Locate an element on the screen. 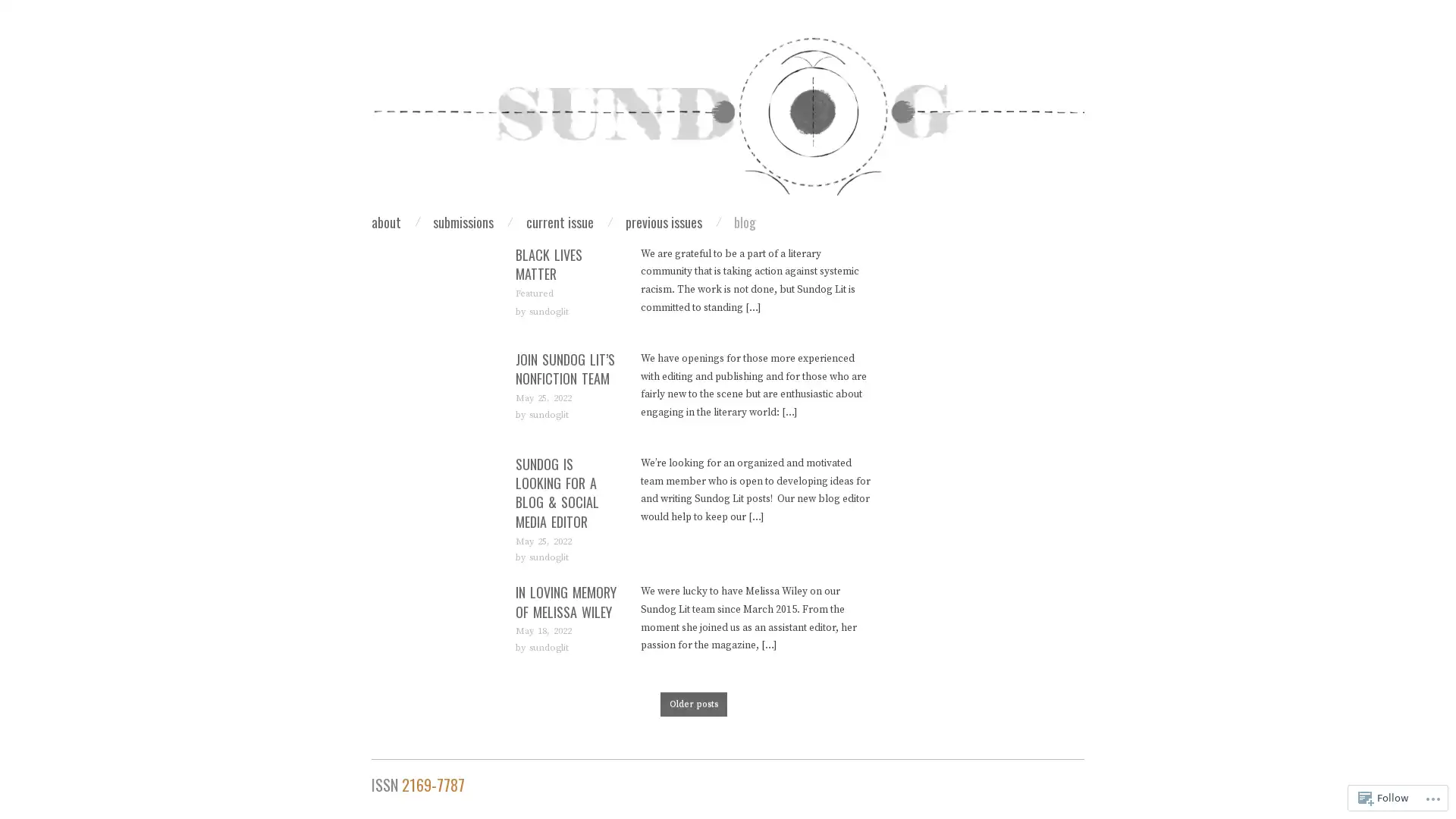 The image size is (1456, 819). Older posts is located at coordinates (693, 704).